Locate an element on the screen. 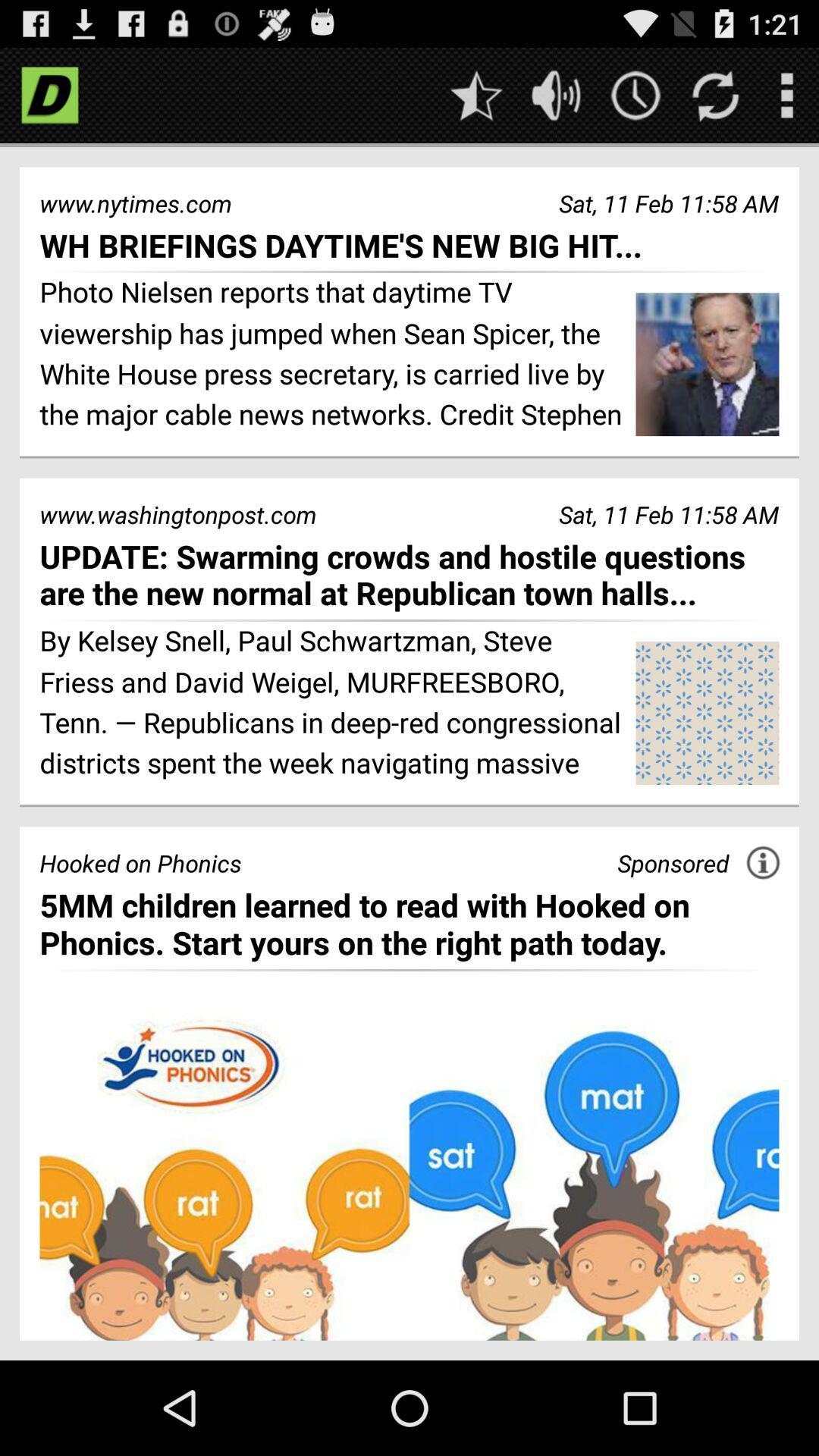 This screenshot has height=1456, width=819. the star icon is located at coordinates (475, 101).